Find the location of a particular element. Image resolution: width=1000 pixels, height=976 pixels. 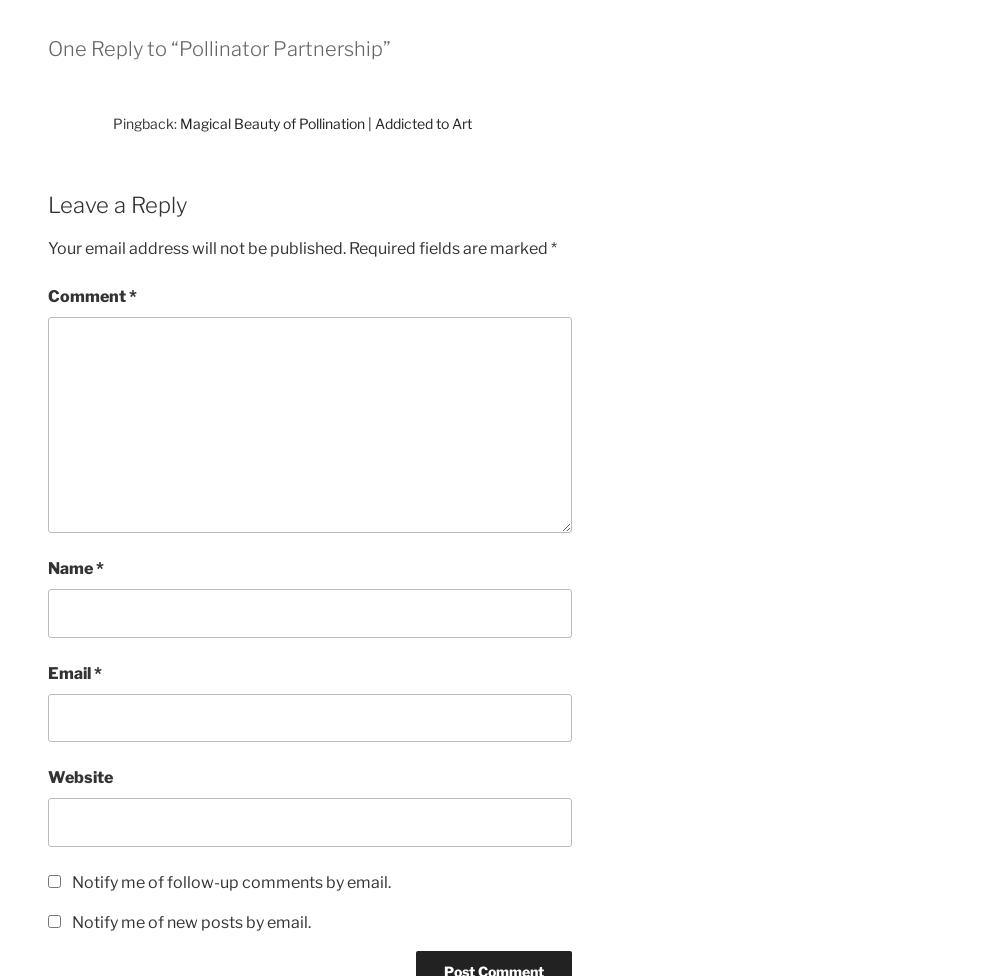

'Notify me of new posts by email.' is located at coordinates (190, 920).